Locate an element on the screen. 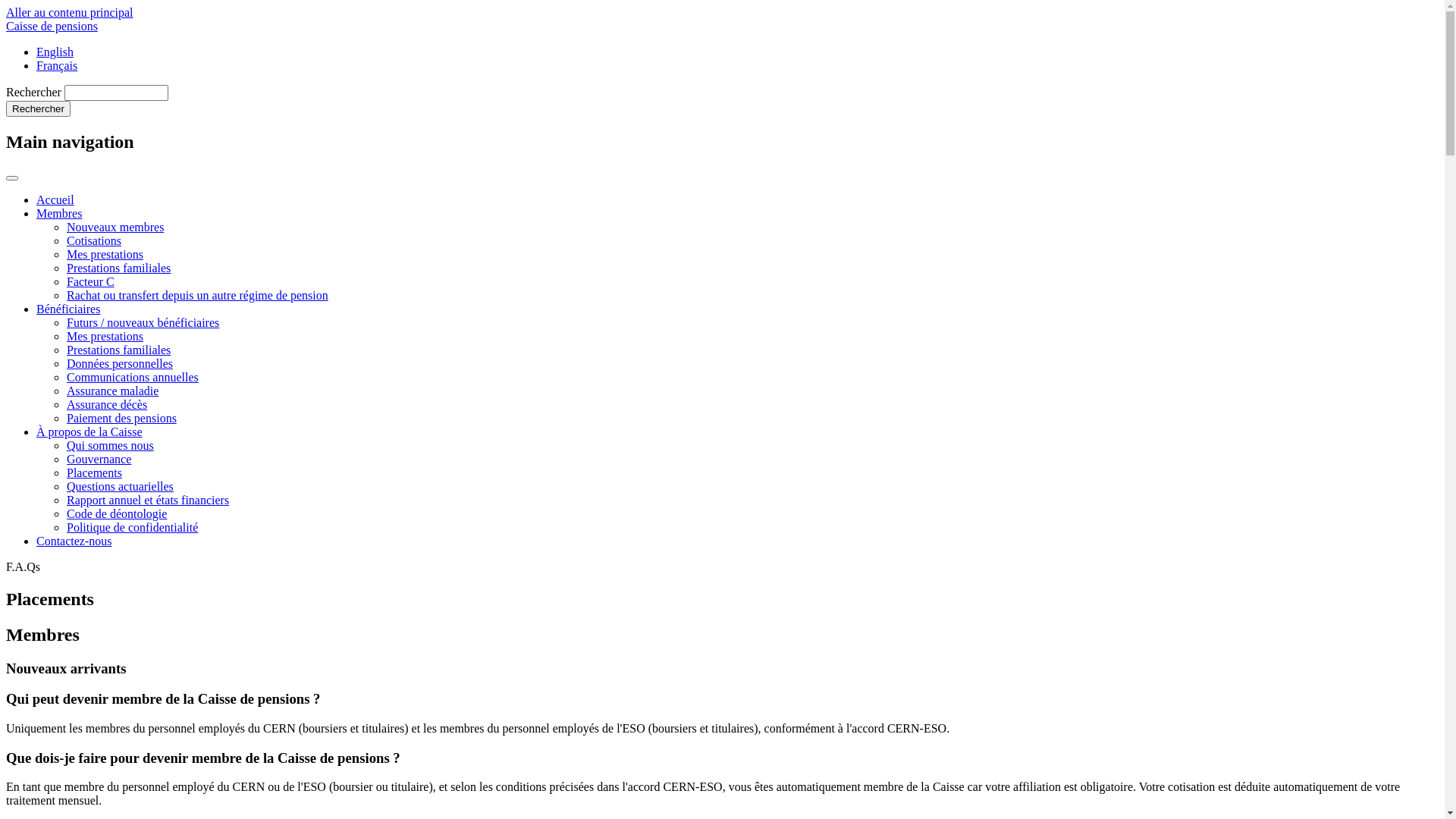 The width and height of the screenshot is (1456, 819). 'Aller au contenu principal' is located at coordinates (68, 12).